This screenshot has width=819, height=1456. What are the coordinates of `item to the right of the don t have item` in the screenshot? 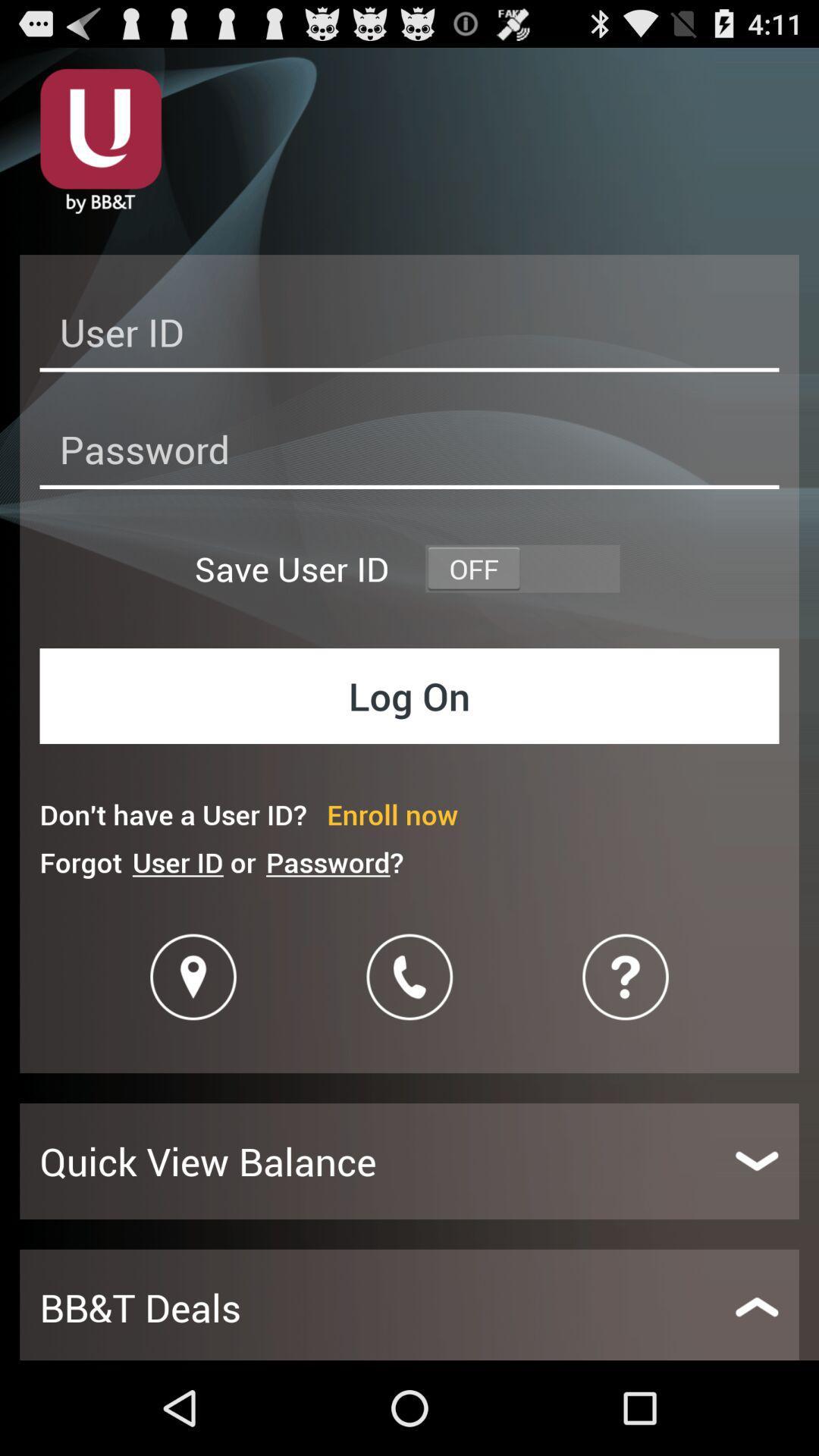 It's located at (391, 814).